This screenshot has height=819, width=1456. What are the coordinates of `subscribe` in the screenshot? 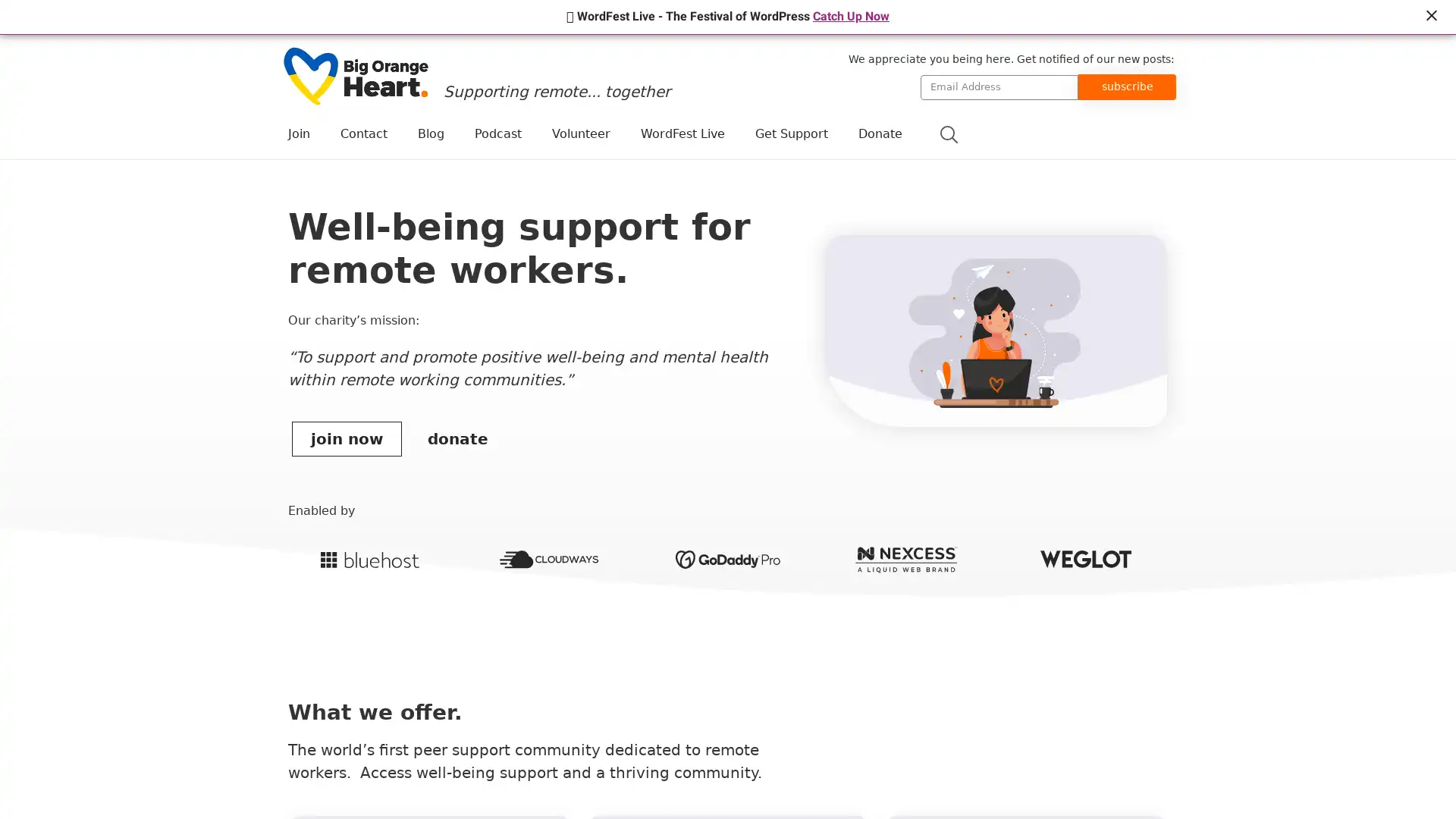 It's located at (1127, 86).